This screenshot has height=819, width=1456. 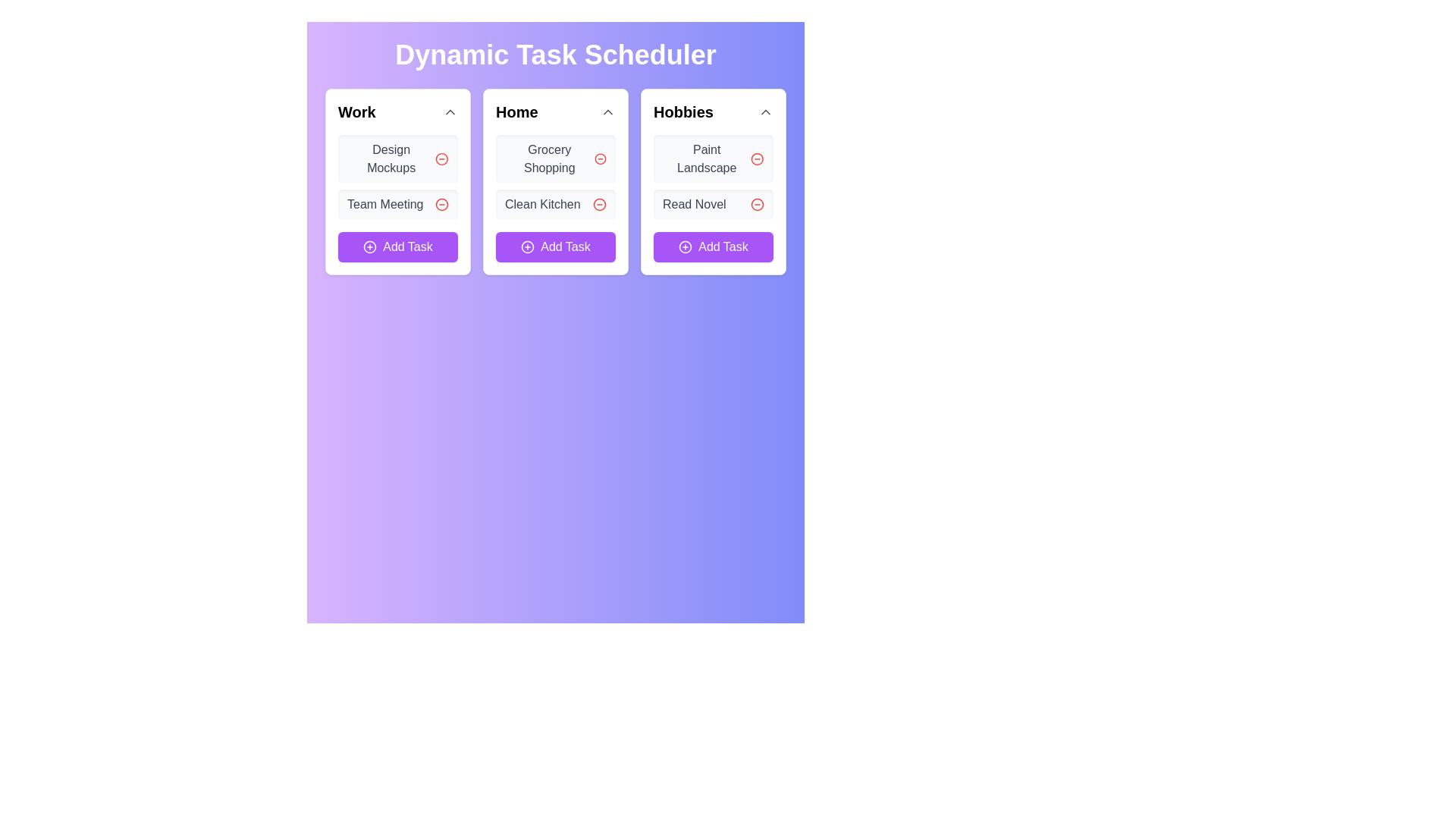 I want to click on the non-interactive text label representing the task 'Grocery Shopping' located at the top of the 'Home' task list, so click(x=548, y=158).